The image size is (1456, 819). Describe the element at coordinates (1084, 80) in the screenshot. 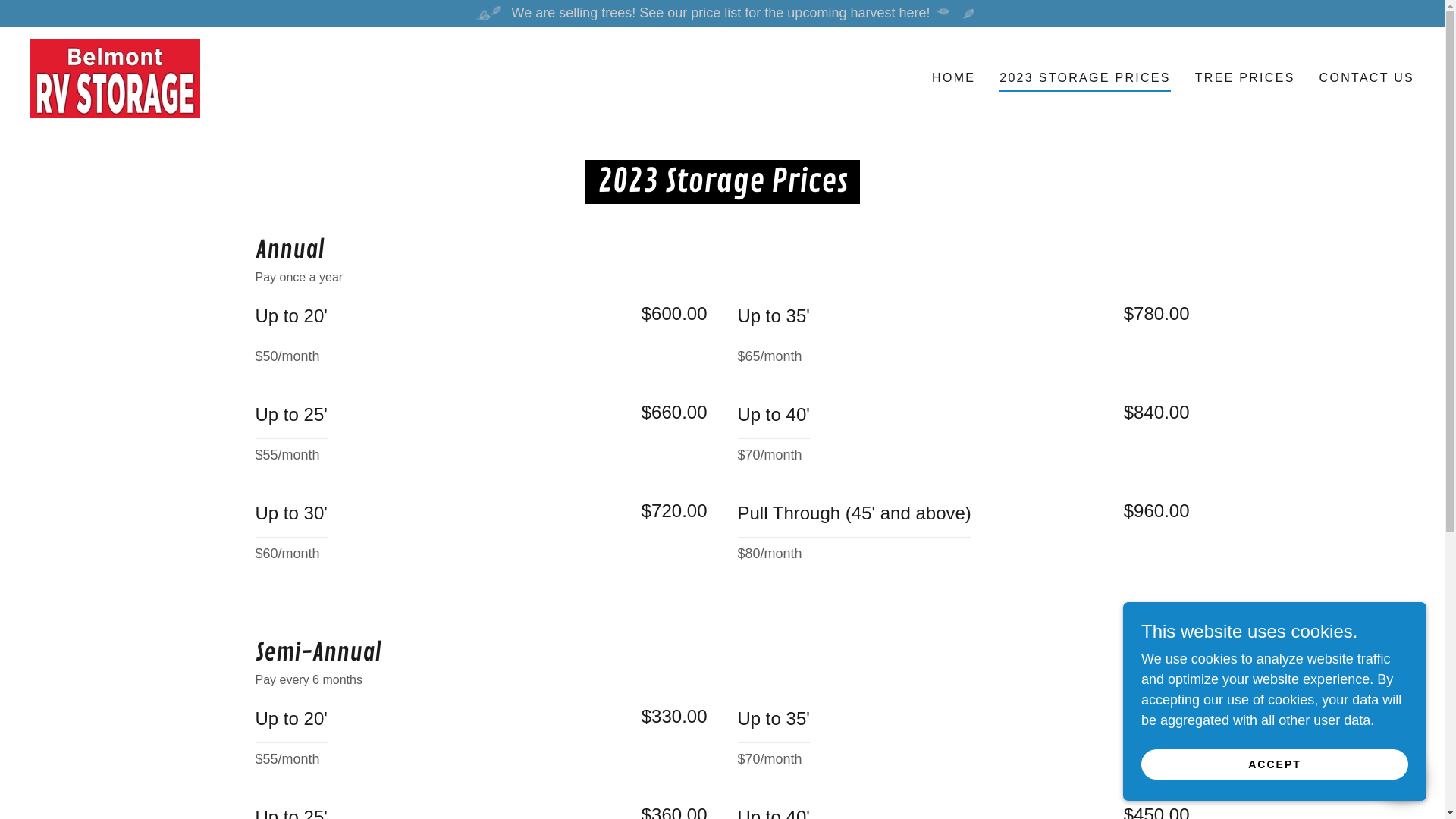

I see `'2023 STORAGE PRICES'` at that location.